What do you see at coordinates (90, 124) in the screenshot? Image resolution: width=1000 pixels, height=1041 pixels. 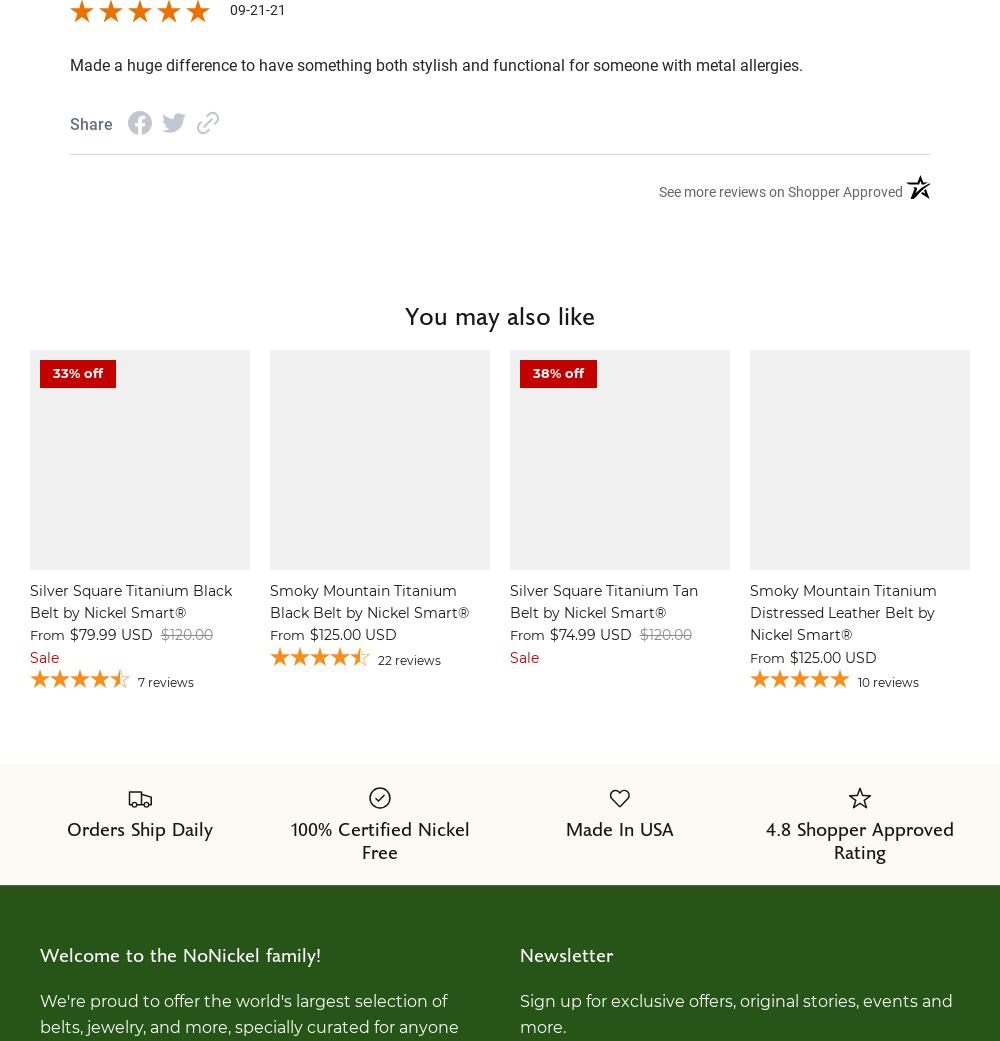 I see `'Share'` at bounding box center [90, 124].